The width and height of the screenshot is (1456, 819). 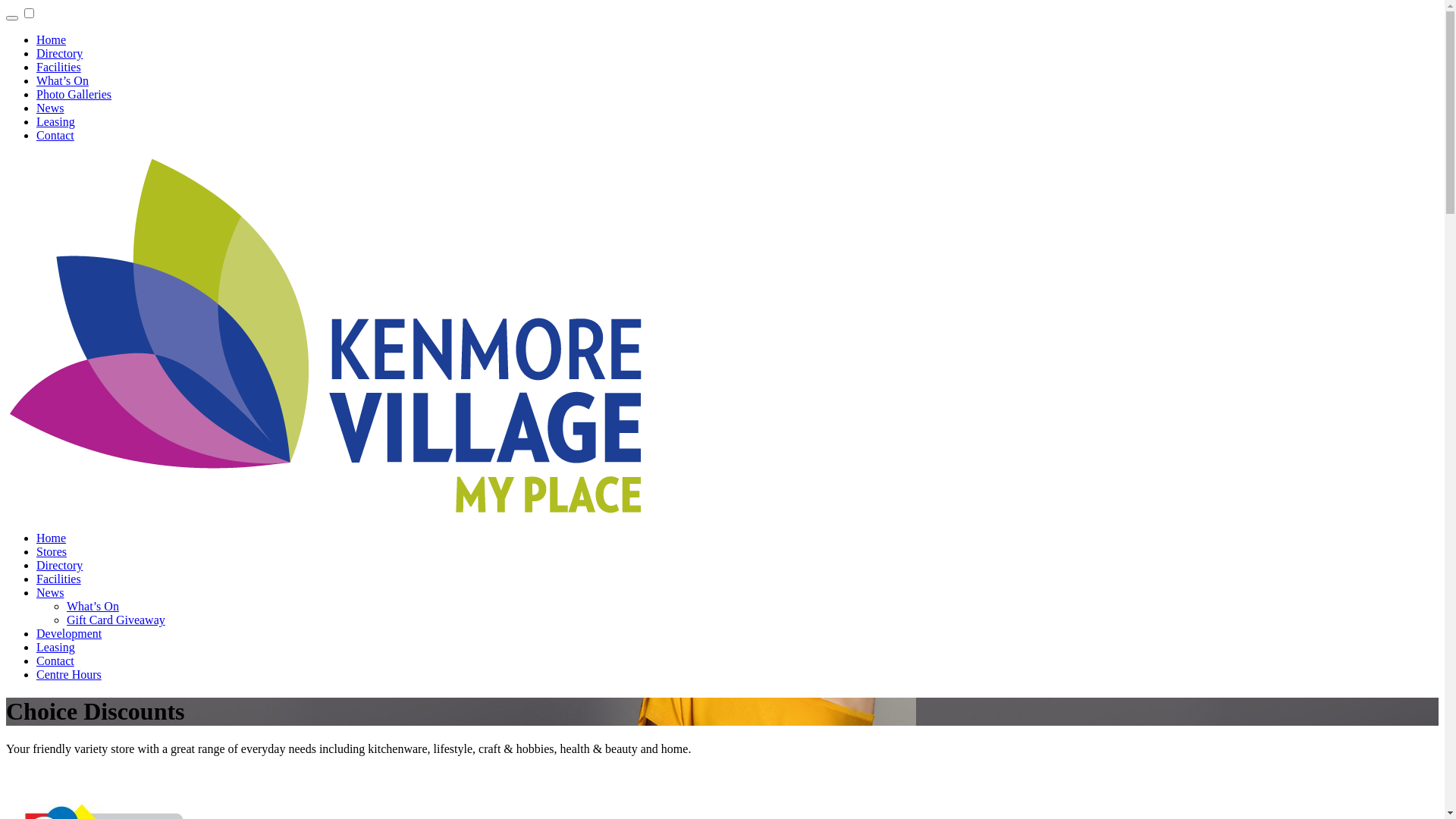 I want to click on 'Photo Galleries', so click(x=36, y=94).